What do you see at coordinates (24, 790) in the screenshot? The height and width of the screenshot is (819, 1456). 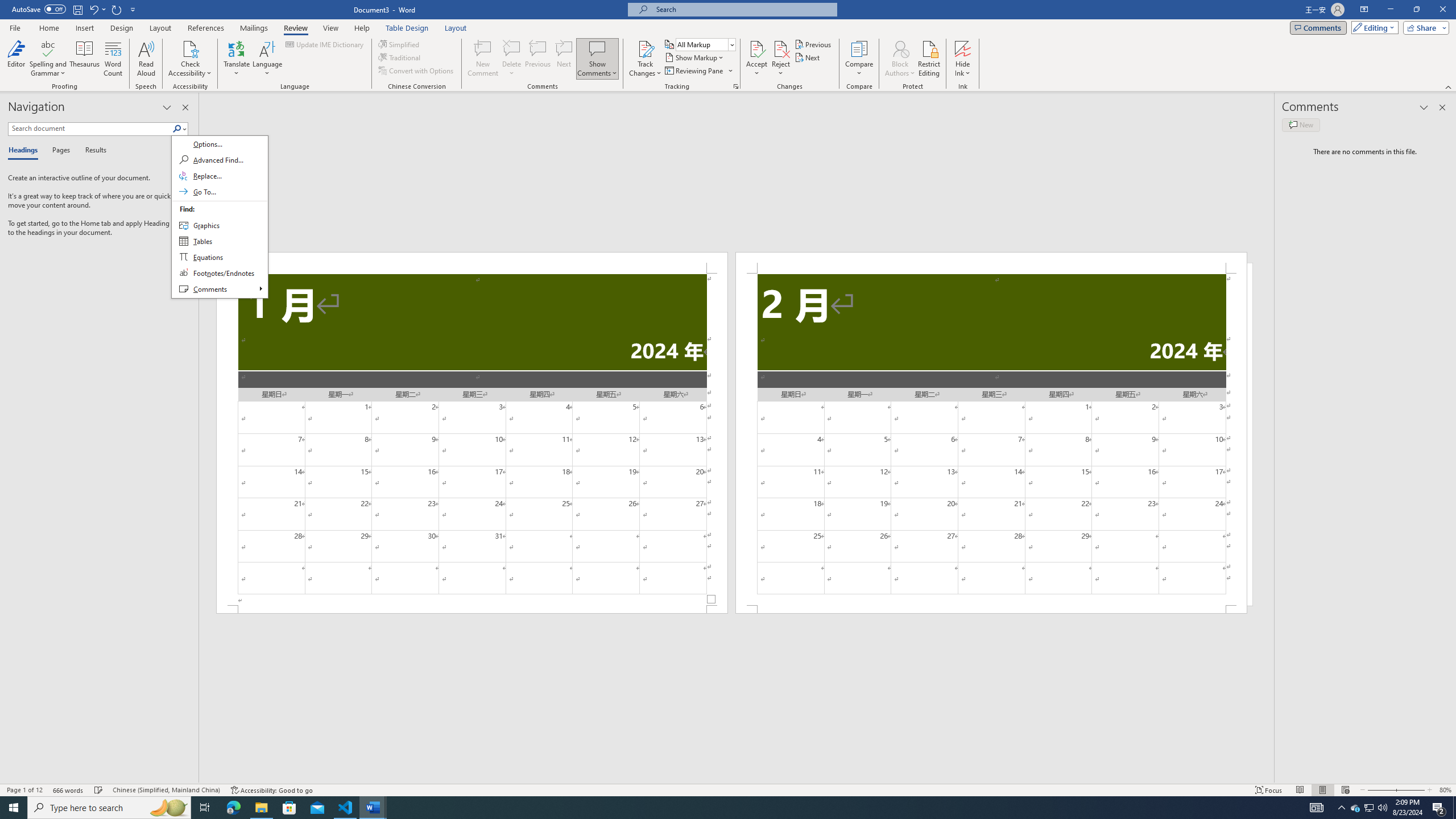 I see `'Page Number Page 1 of 12'` at bounding box center [24, 790].